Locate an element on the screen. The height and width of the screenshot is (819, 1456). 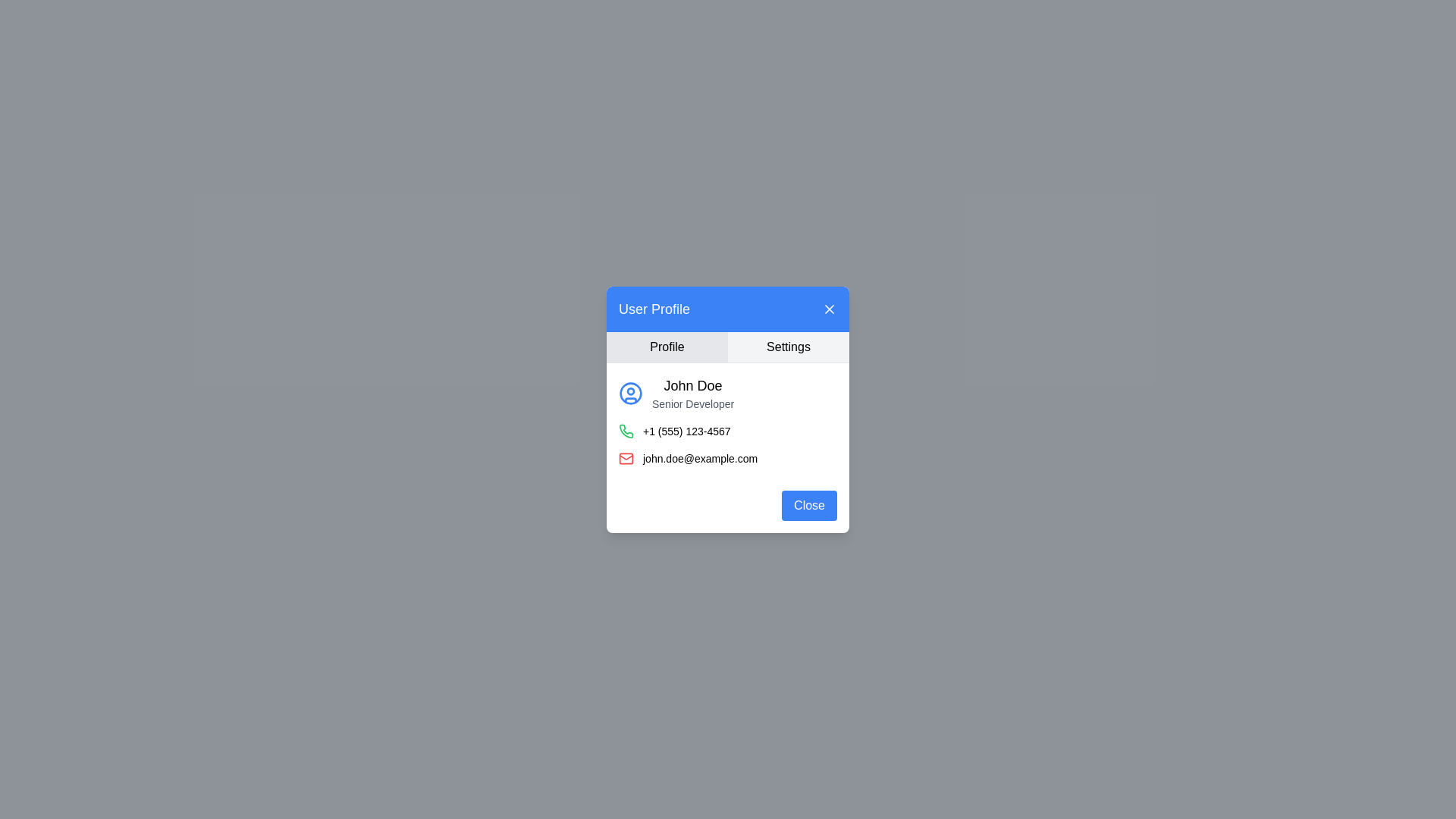
the 'Settings' tab button, which is the second tab in a two-tab horizontal menu within the 'User Profile' popup dialog, to switch views is located at coordinates (789, 347).